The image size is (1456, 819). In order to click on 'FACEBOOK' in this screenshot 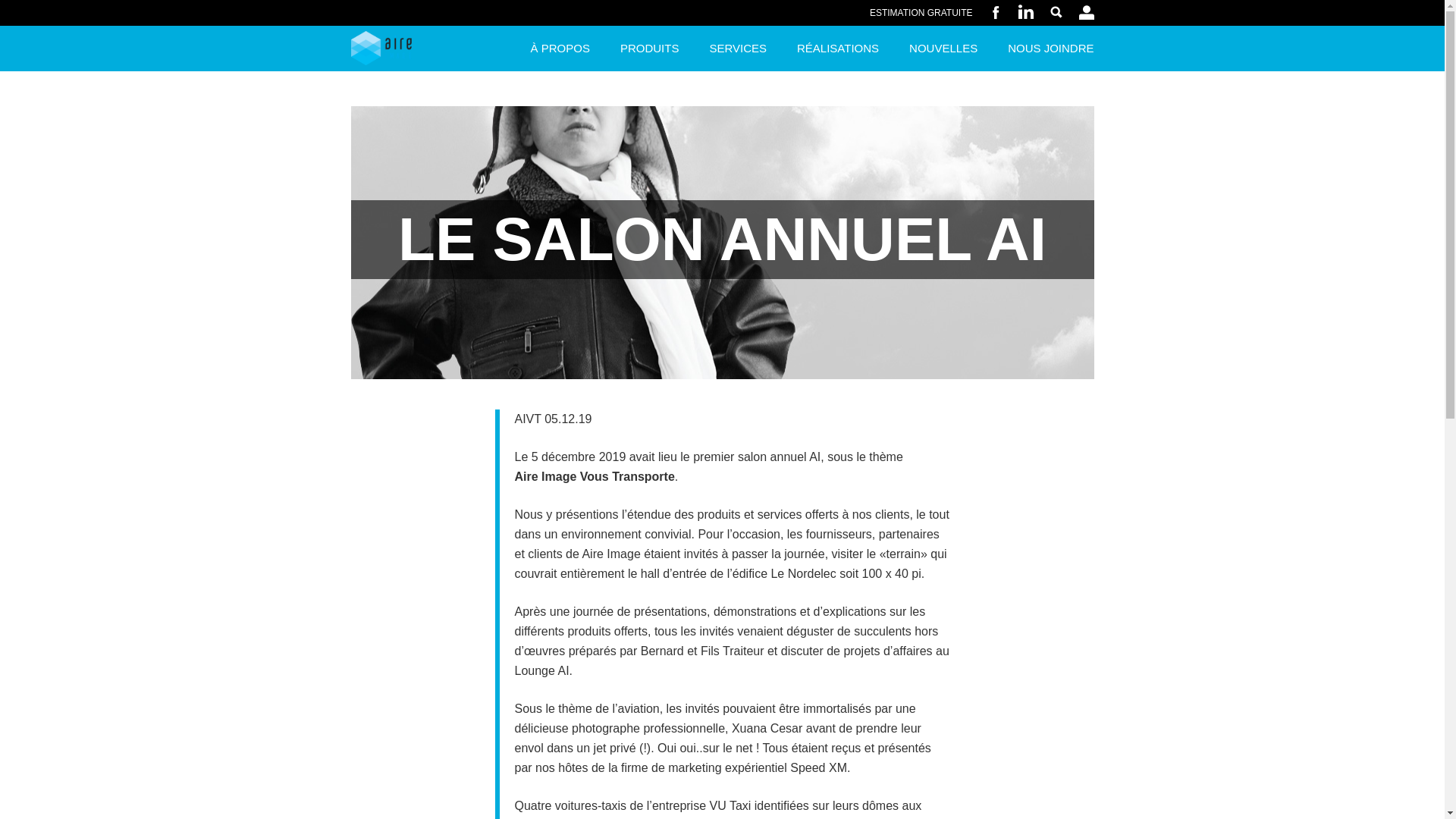, I will do `click(987, 11)`.